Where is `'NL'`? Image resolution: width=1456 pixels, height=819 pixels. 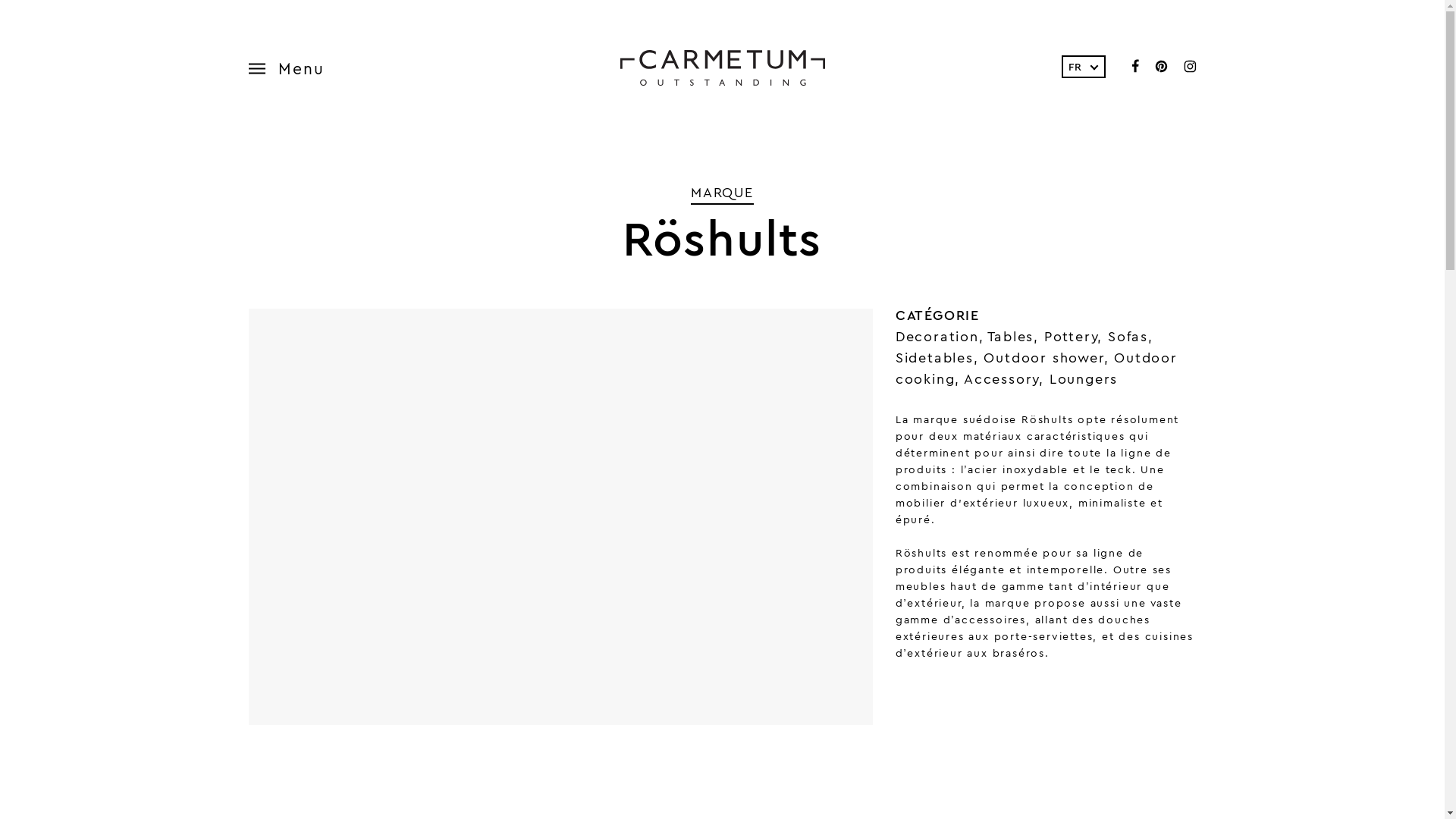 'NL' is located at coordinates (1066, 86).